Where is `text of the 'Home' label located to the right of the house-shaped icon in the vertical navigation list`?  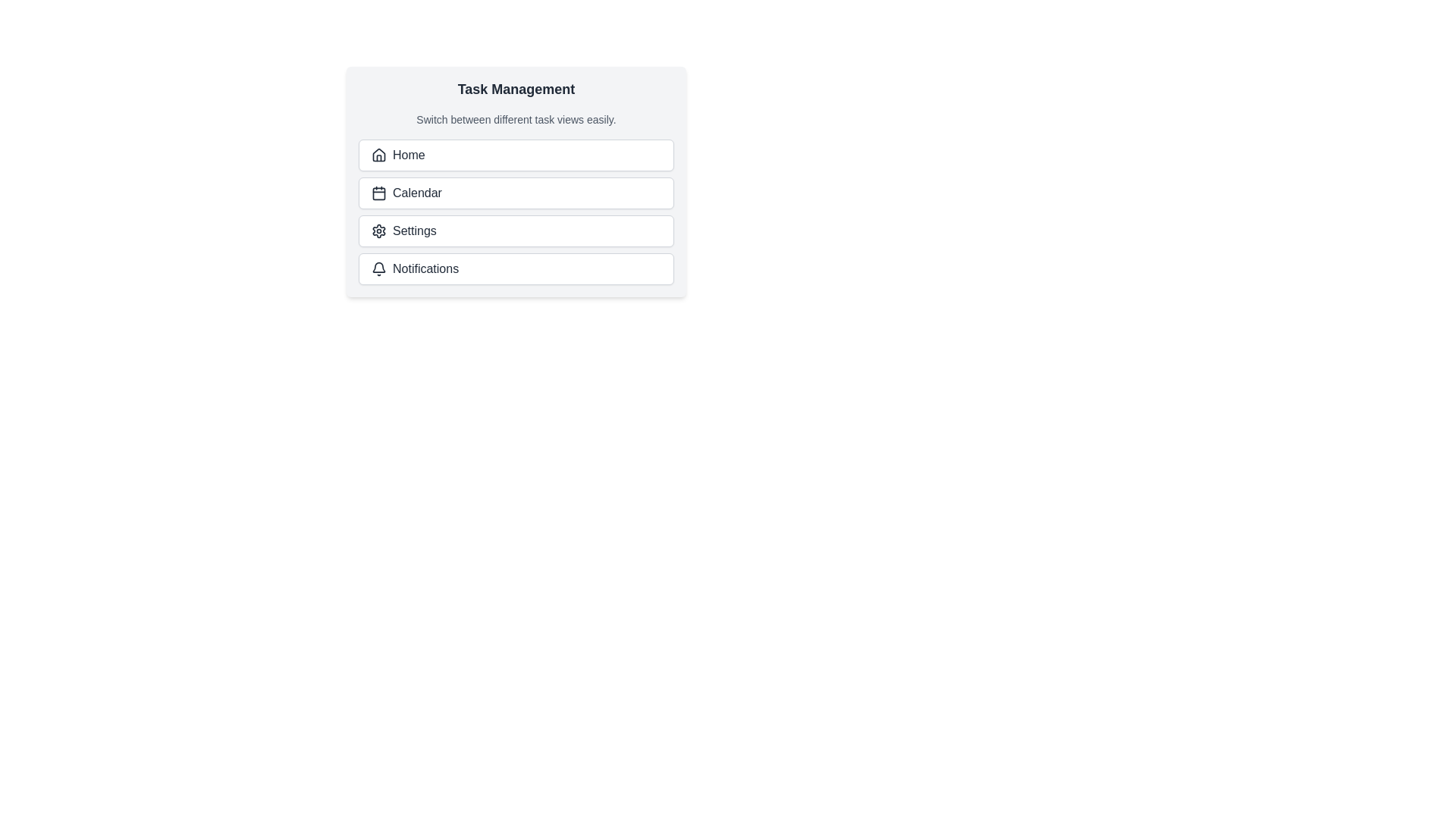
text of the 'Home' label located to the right of the house-shaped icon in the vertical navigation list is located at coordinates (409, 155).